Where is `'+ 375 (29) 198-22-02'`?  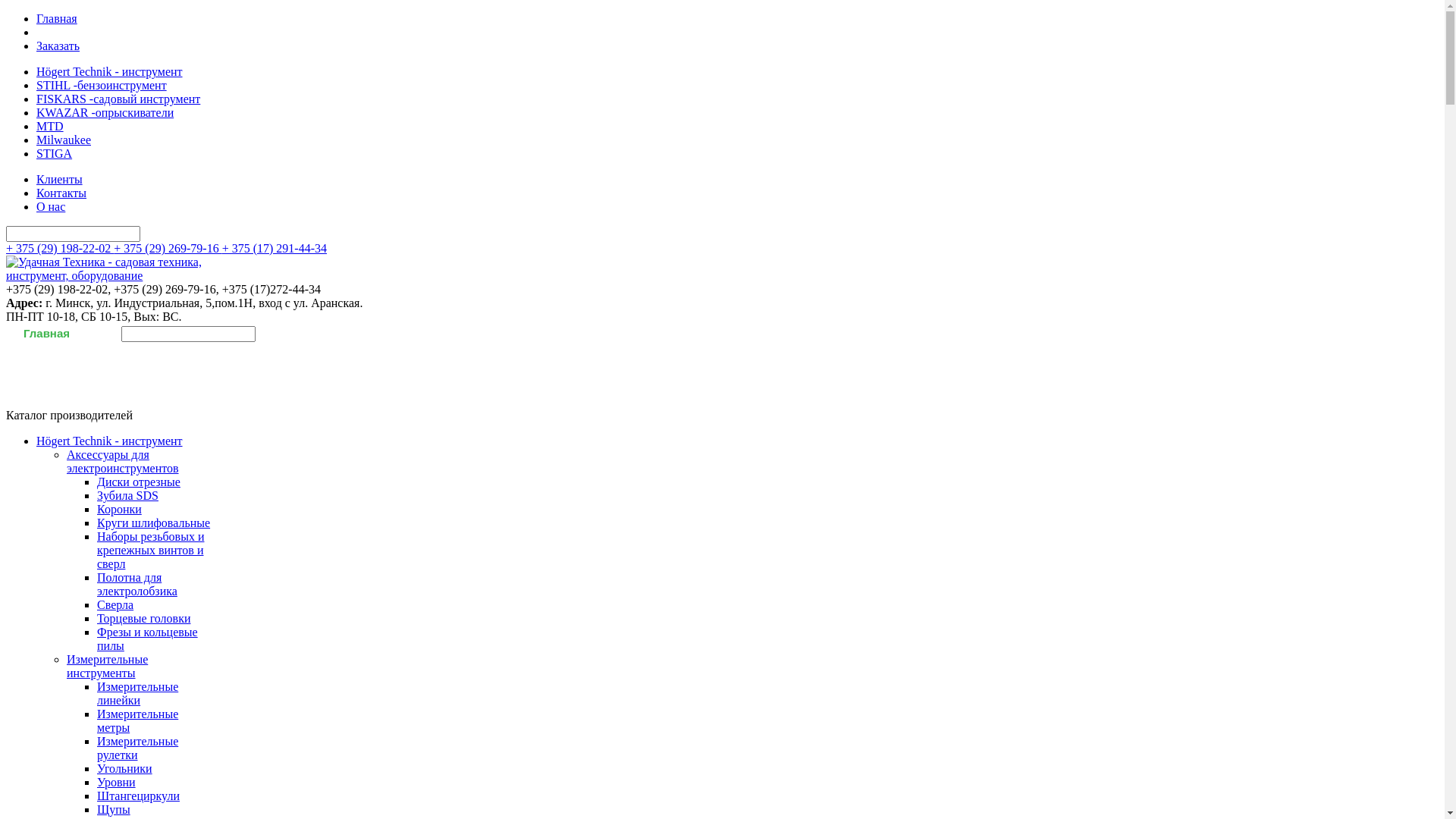 '+ 375 (29) 198-22-02' is located at coordinates (59, 247).